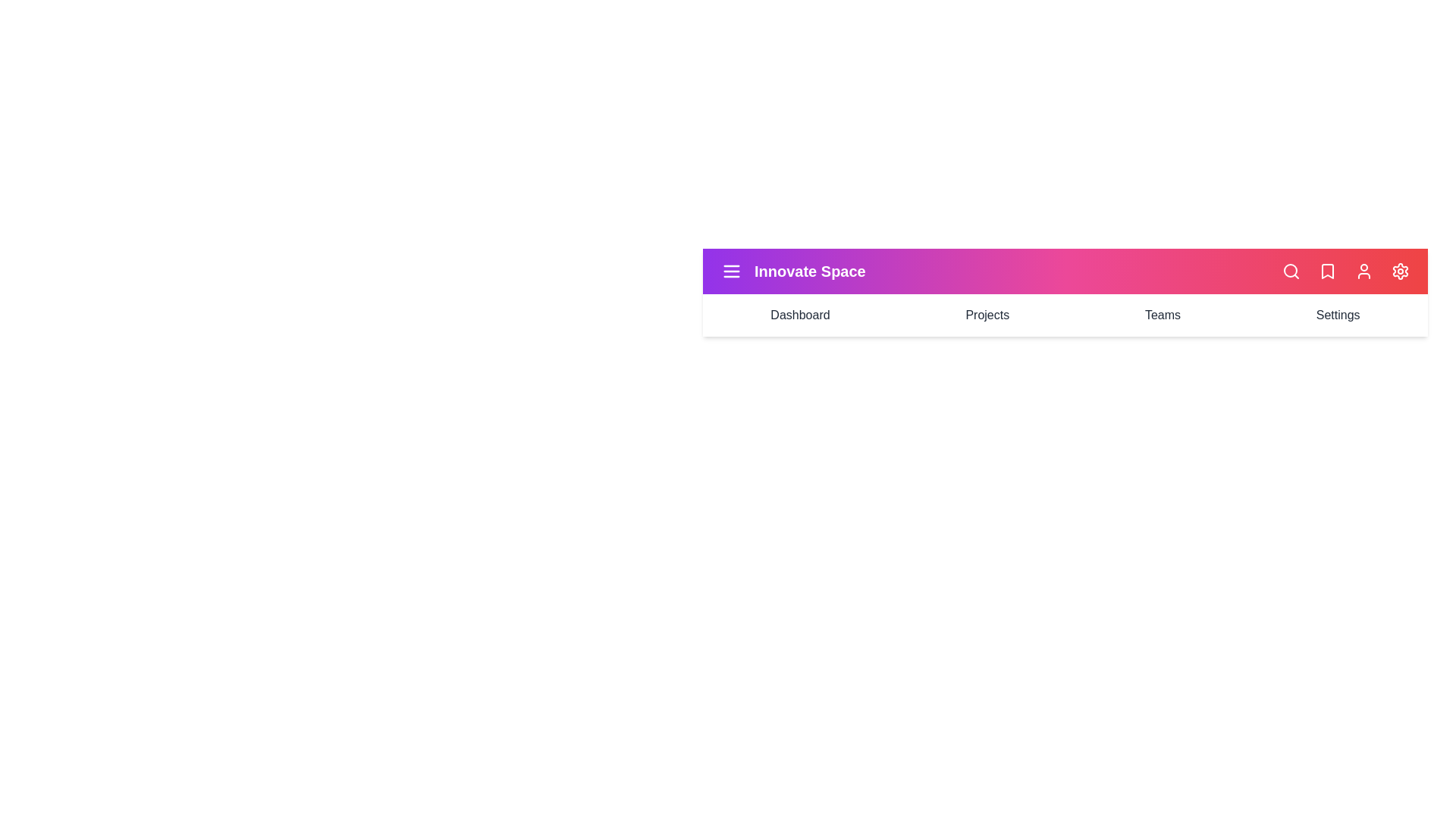 Image resolution: width=1456 pixels, height=819 pixels. What do you see at coordinates (1364, 271) in the screenshot?
I see `the user profile icon in the app bar` at bounding box center [1364, 271].